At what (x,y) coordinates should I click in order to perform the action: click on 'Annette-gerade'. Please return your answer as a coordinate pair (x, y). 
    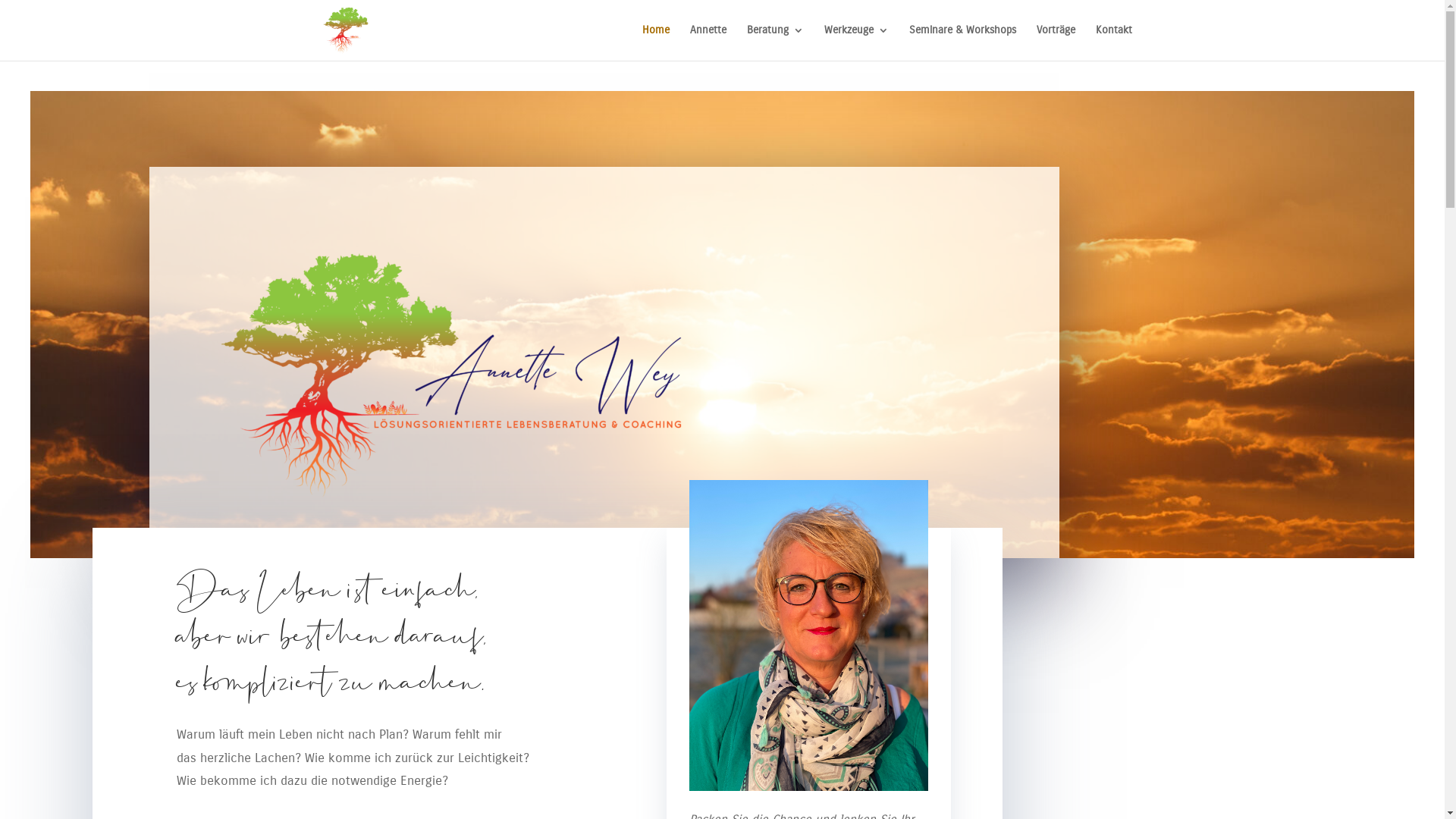
    Looking at the image, I should click on (808, 635).